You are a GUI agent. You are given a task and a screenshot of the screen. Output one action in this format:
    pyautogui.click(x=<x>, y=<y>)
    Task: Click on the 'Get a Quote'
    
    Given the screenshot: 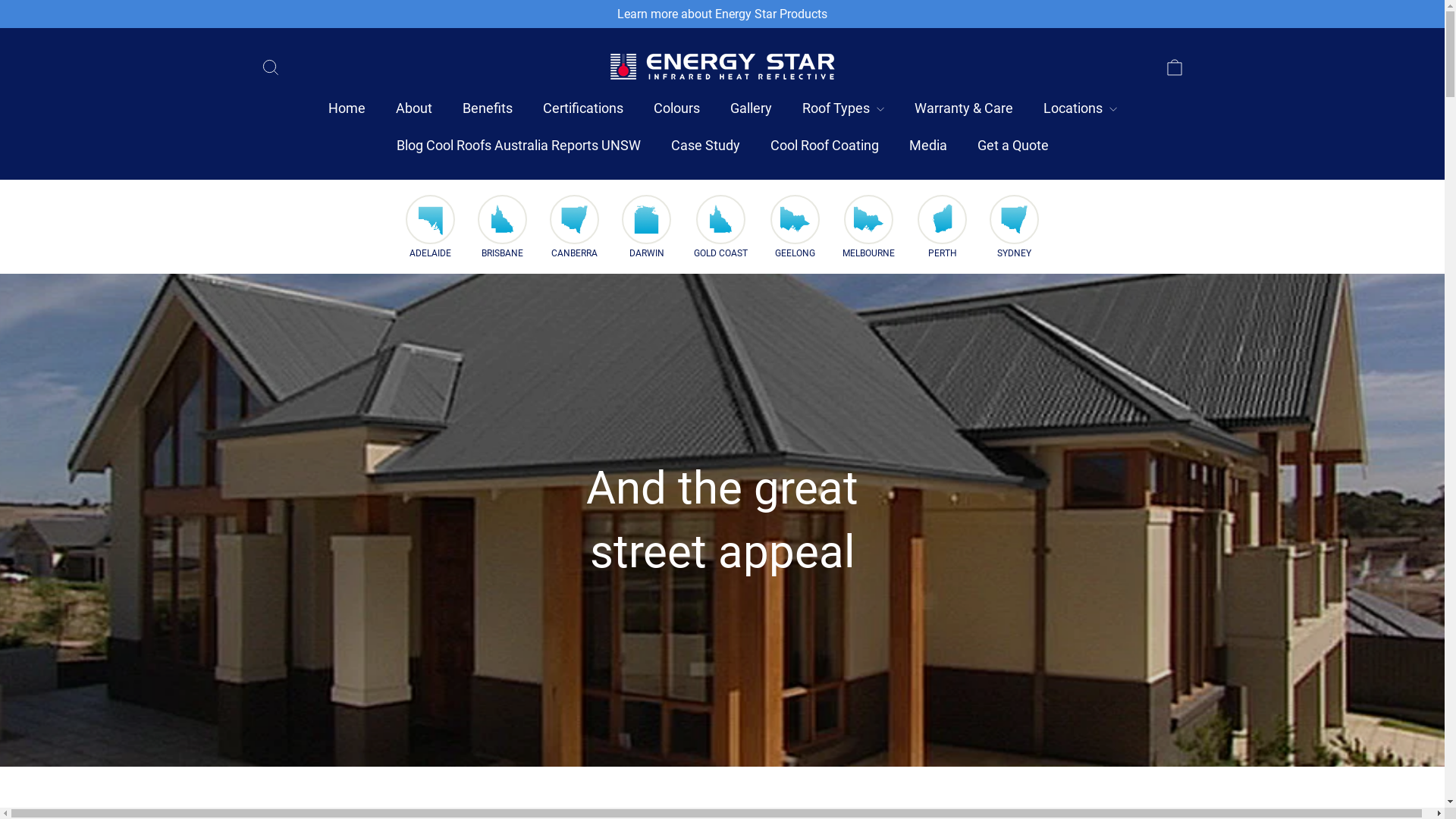 What is the action you would take?
    pyautogui.click(x=960, y=146)
    